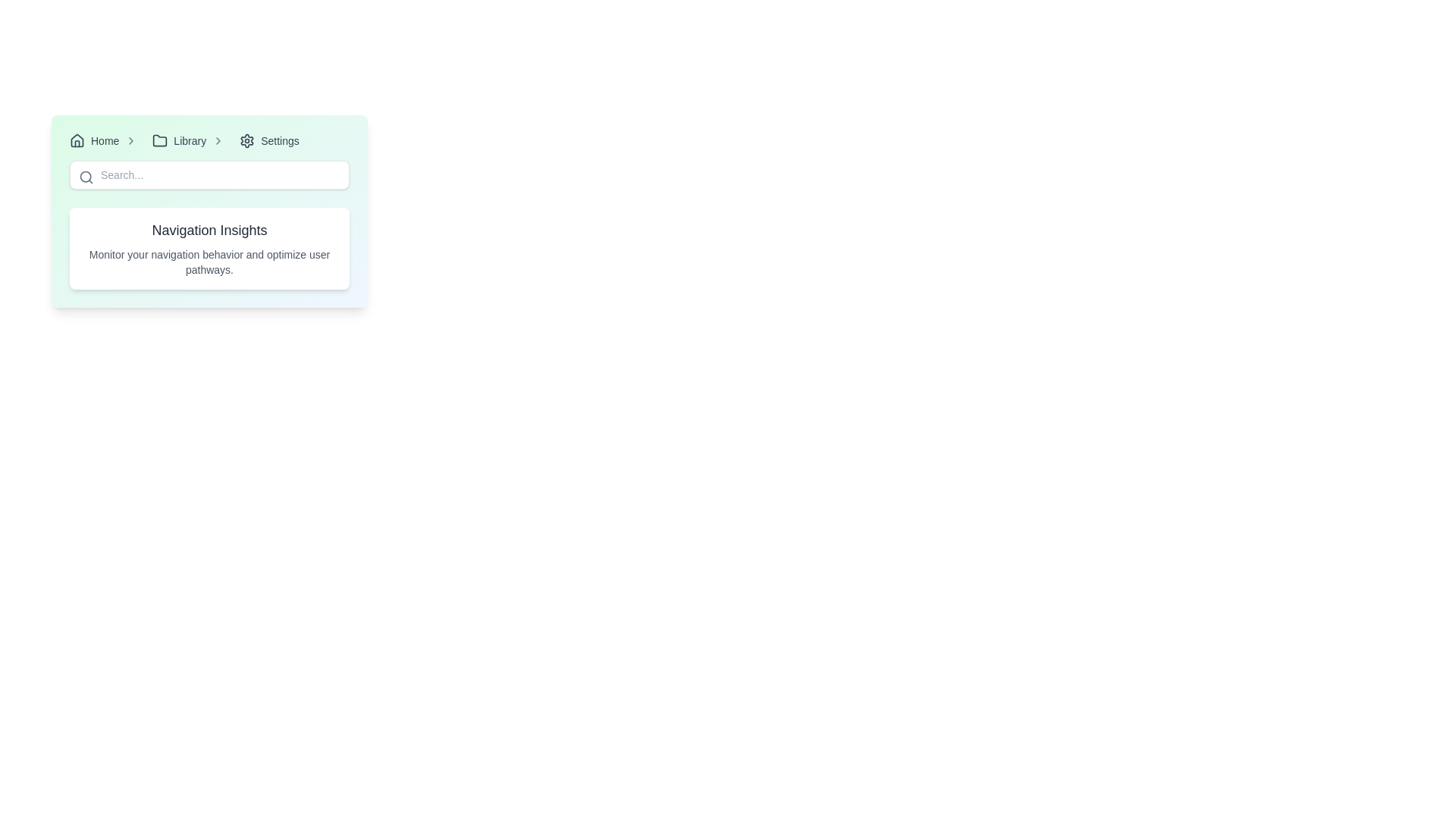  Describe the element at coordinates (105, 140) in the screenshot. I see `the leftmost navigation link in the horizontal navigation bar` at that location.